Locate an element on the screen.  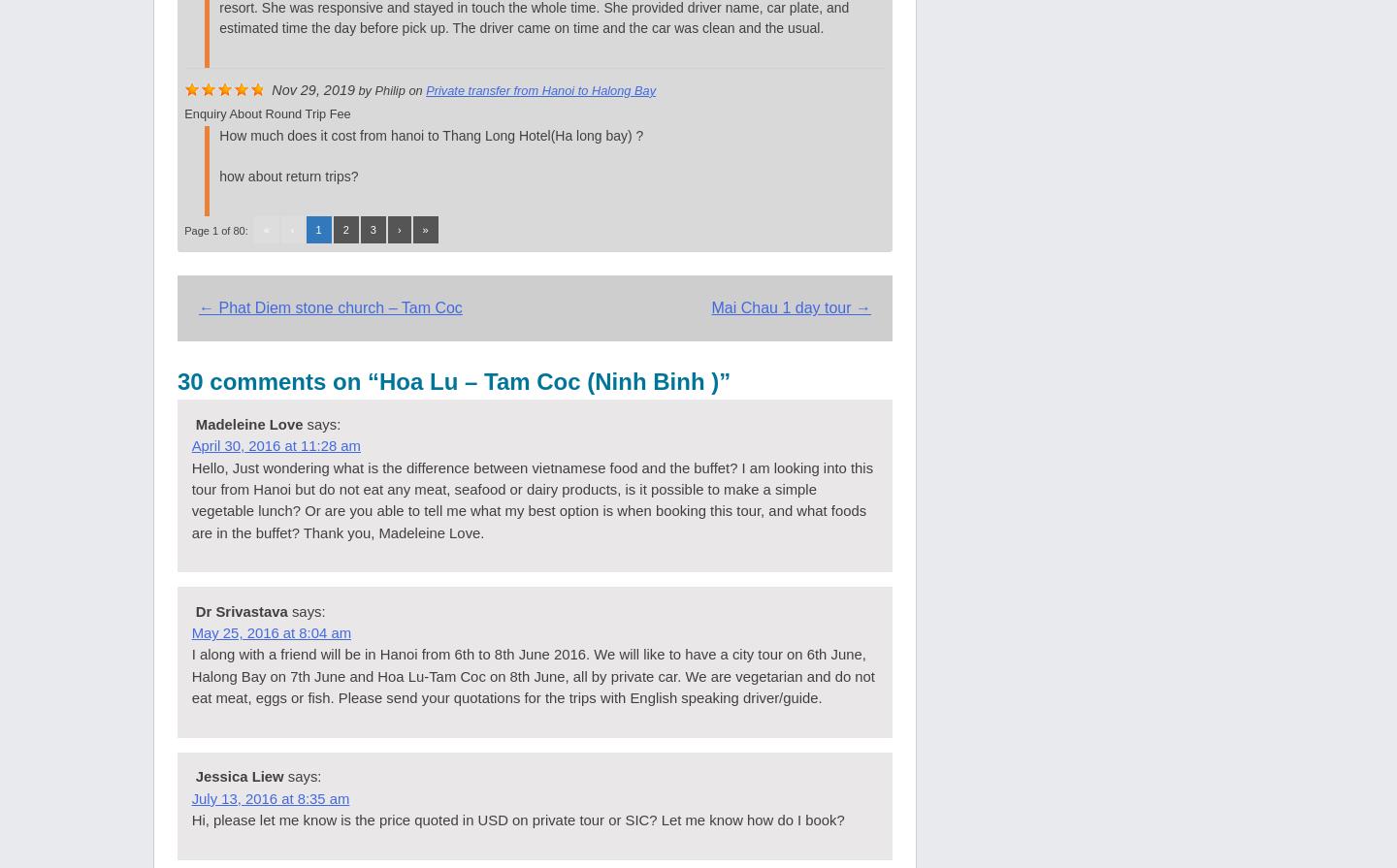
'Dr Srivastava' is located at coordinates (240, 609).